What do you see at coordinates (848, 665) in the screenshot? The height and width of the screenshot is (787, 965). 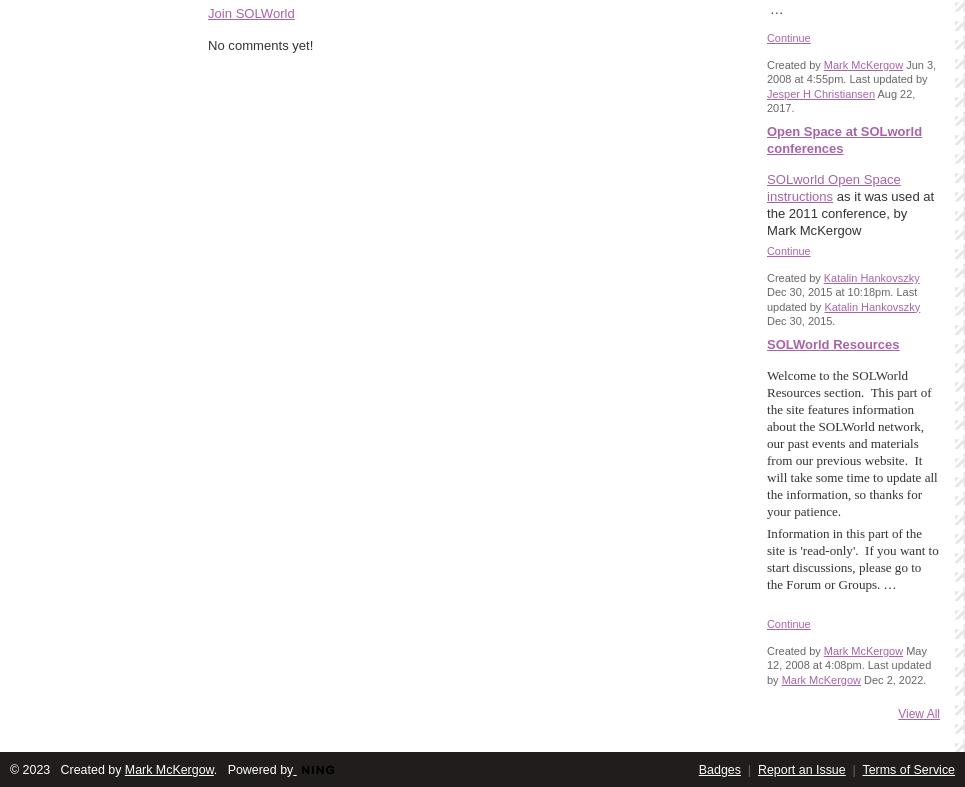 I see `'May 12, 2008 at 4:08pm. Last updated by'` at bounding box center [848, 665].